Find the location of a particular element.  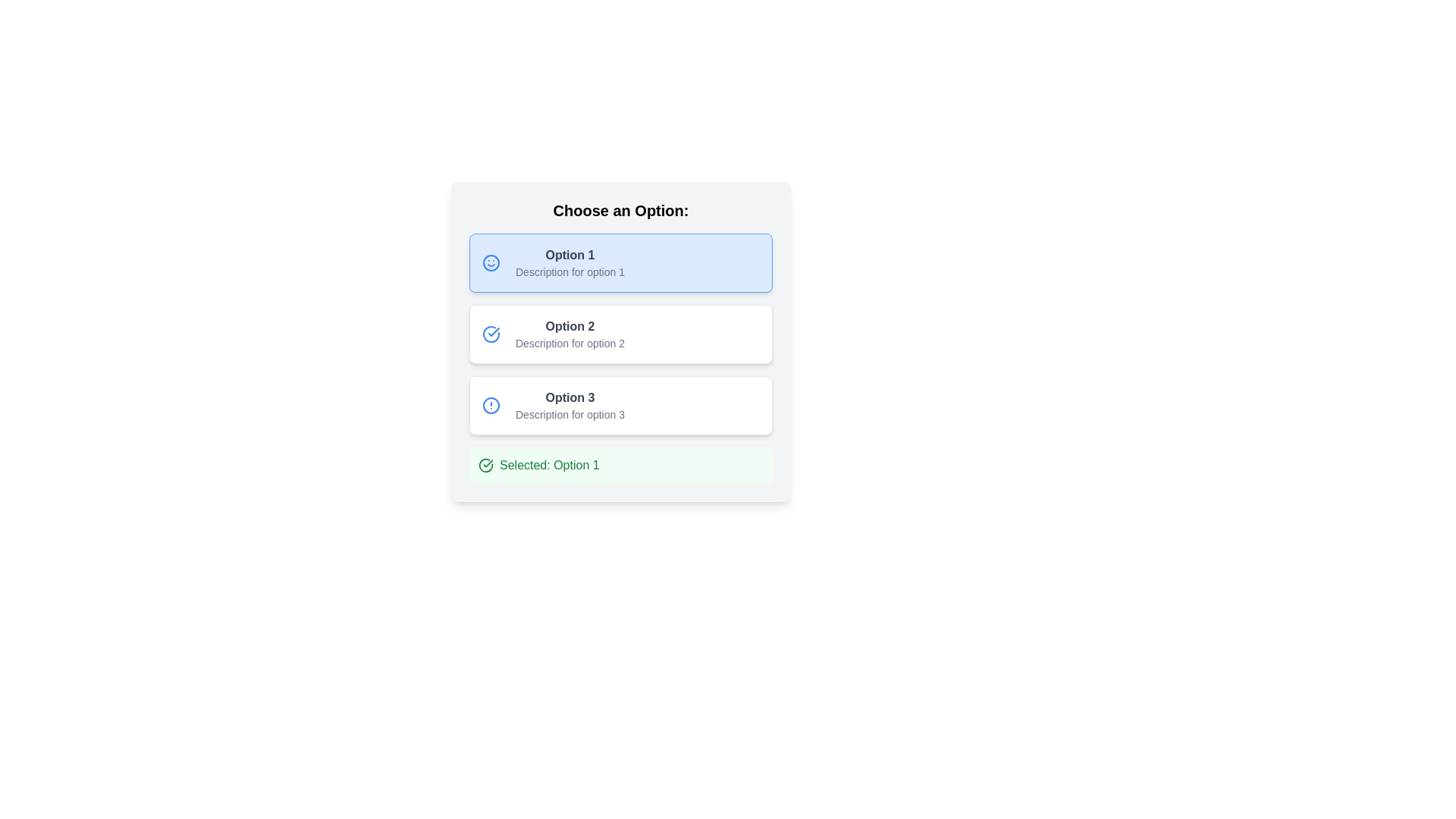

the text label that serves as the title for the second selectable option in the list of choices is located at coordinates (570, 326).